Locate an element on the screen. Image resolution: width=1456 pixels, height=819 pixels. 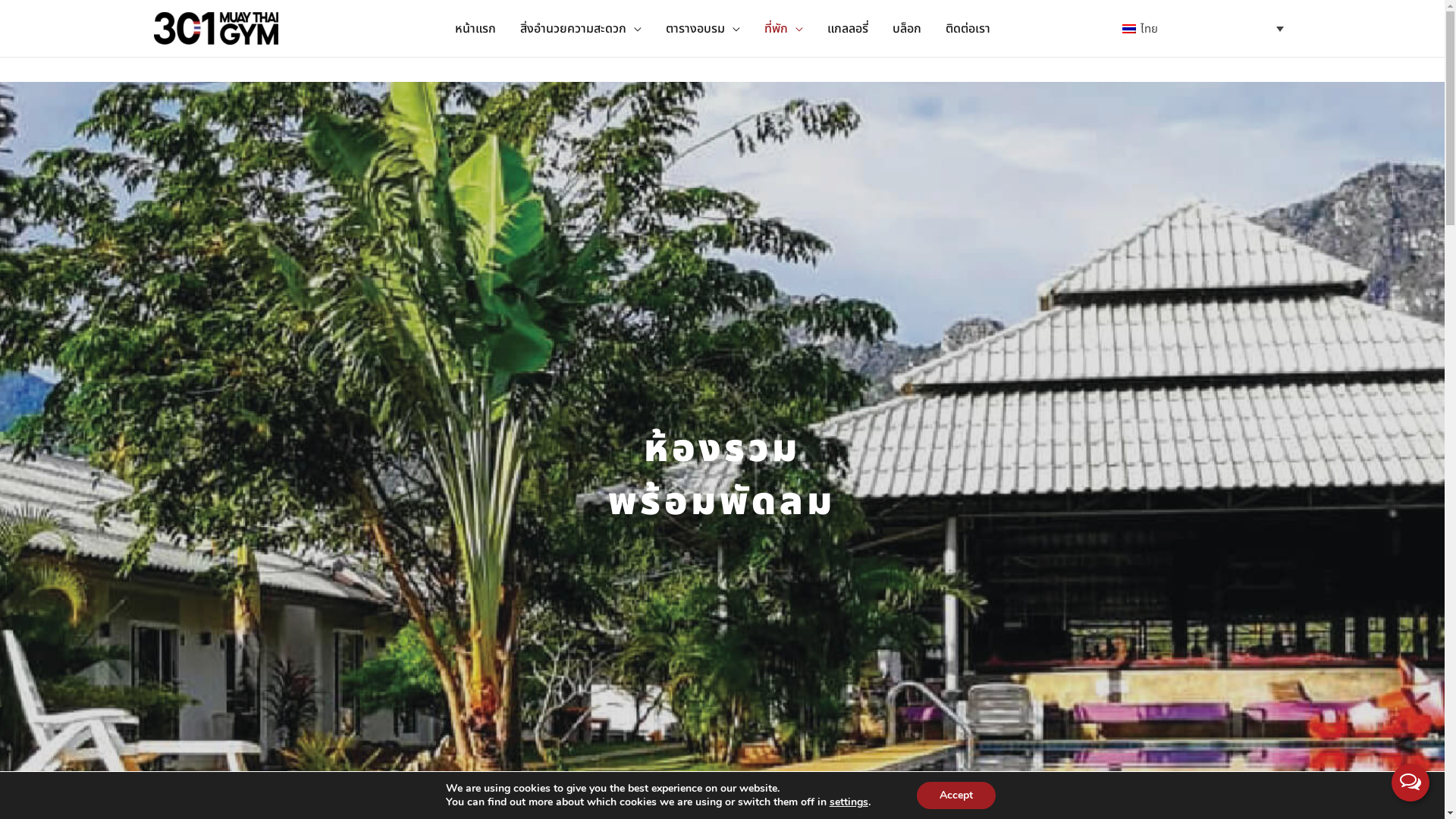
'Accept' is located at coordinates (955, 795).